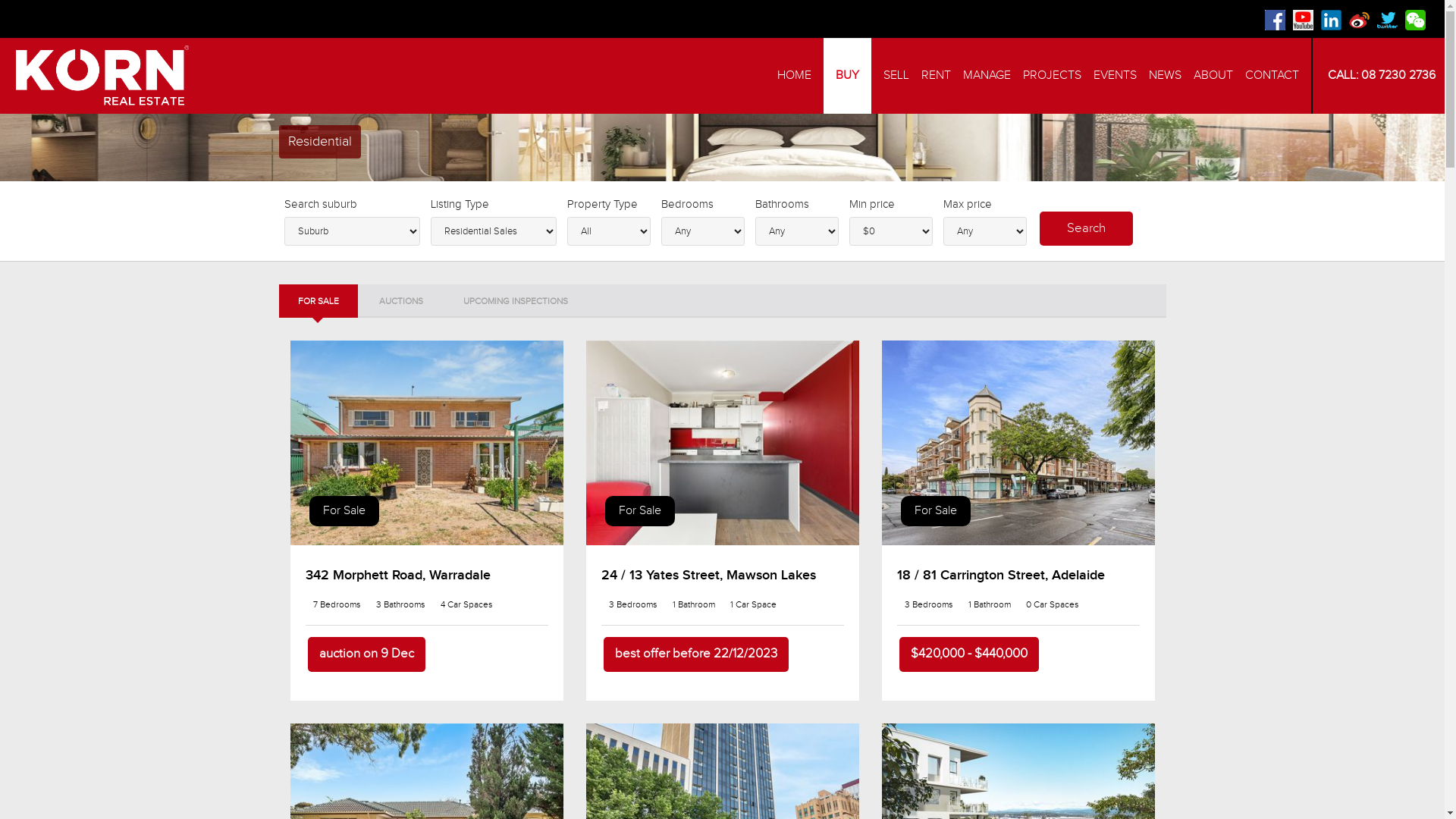 Image resolution: width=1456 pixels, height=819 pixels. What do you see at coordinates (793, 76) in the screenshot?
I see `'HOME'` at bounding box center [793, 76].